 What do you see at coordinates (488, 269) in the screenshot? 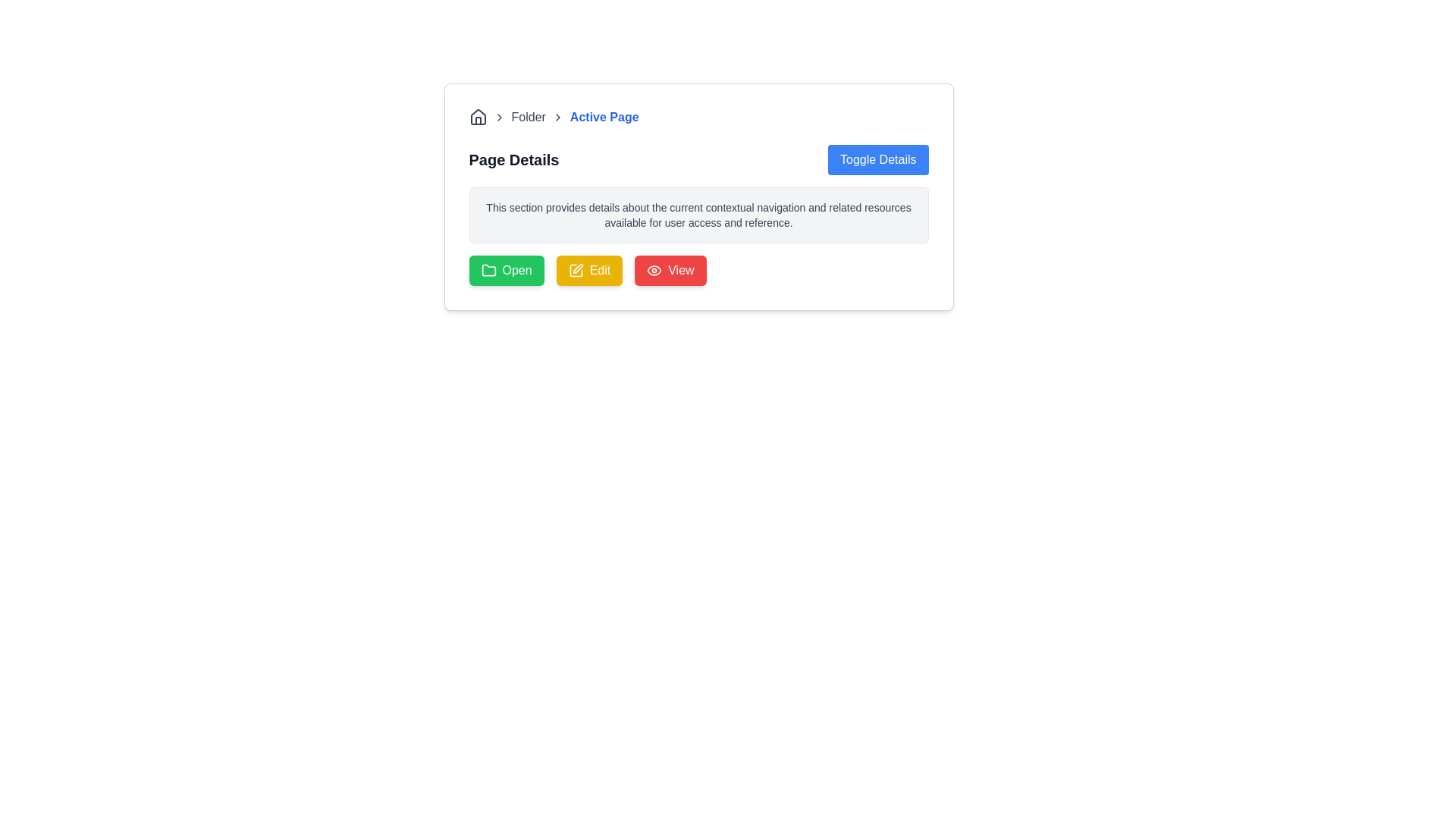
I see `the folder icon located to the left of the green 'Open' button, which is styled with rounded edges and a simple line-based graphic` at bounding box center [488, 269].